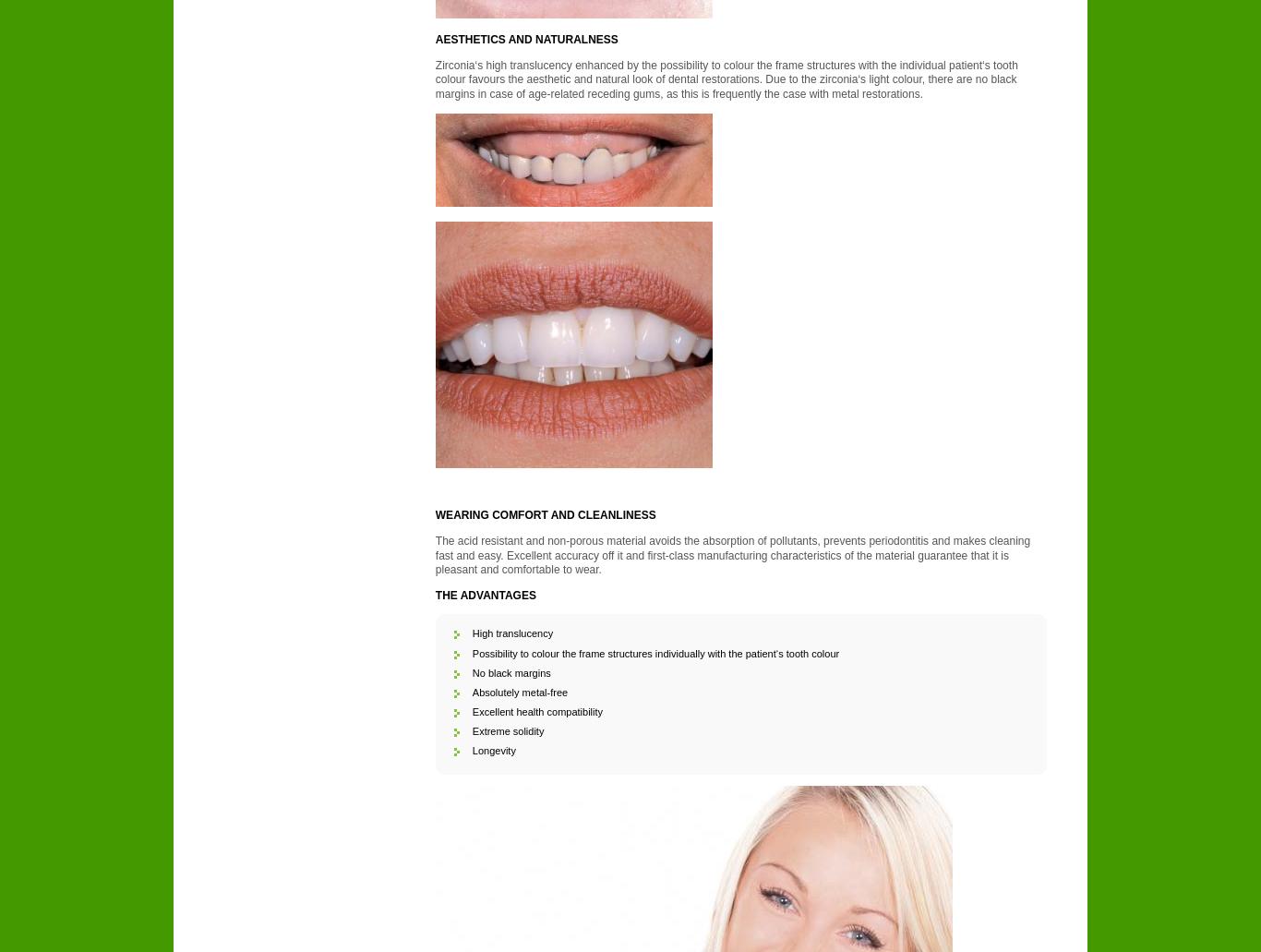 Image resolution: width=1261 pixels, height=952 pixels. Describe the element at coordinates (525, 39) in the screenshot. I see `'AESTHETICS AND NATURALNESS'` at that location.